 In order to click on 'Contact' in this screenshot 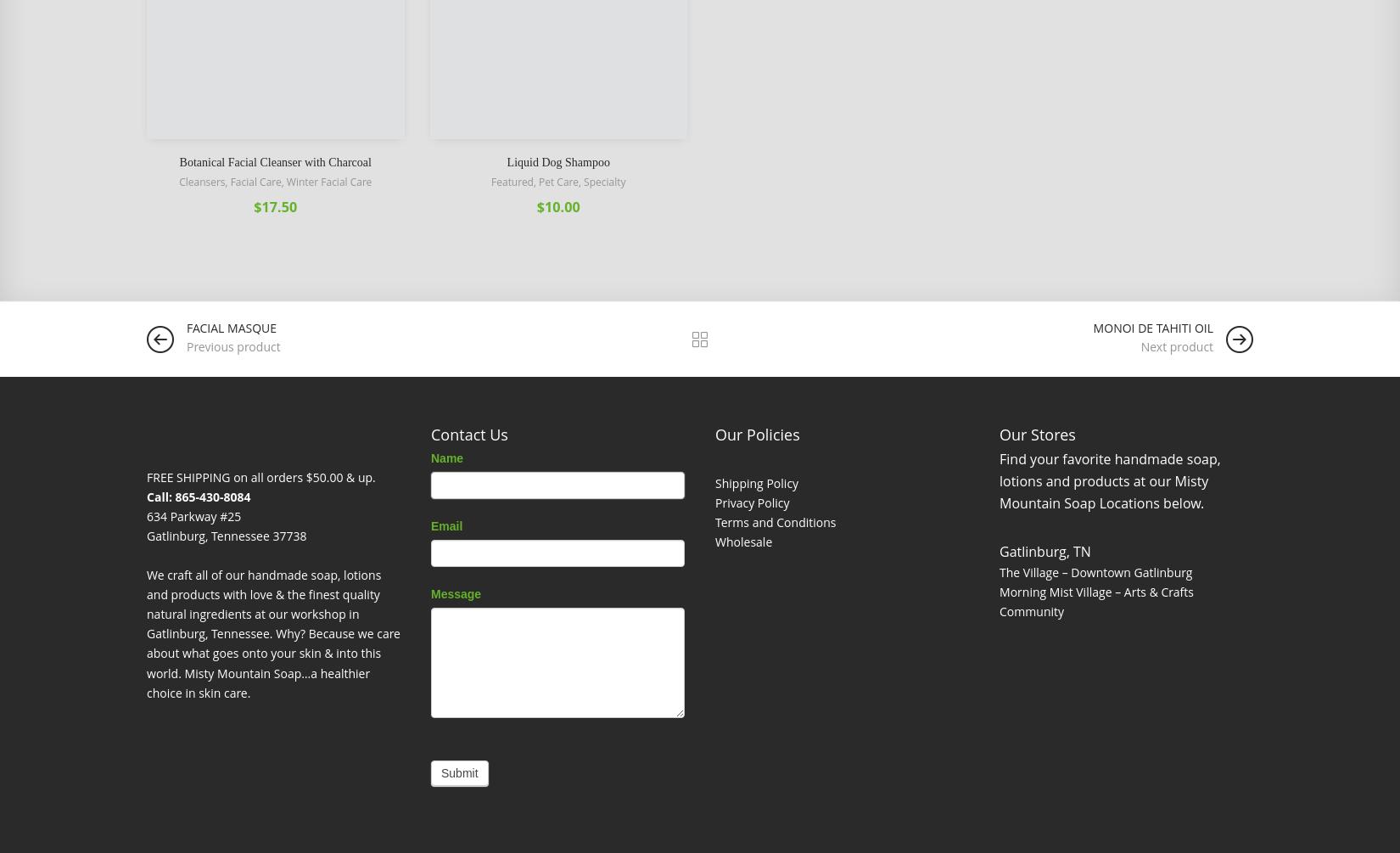, I will do `click(467, 462)`.